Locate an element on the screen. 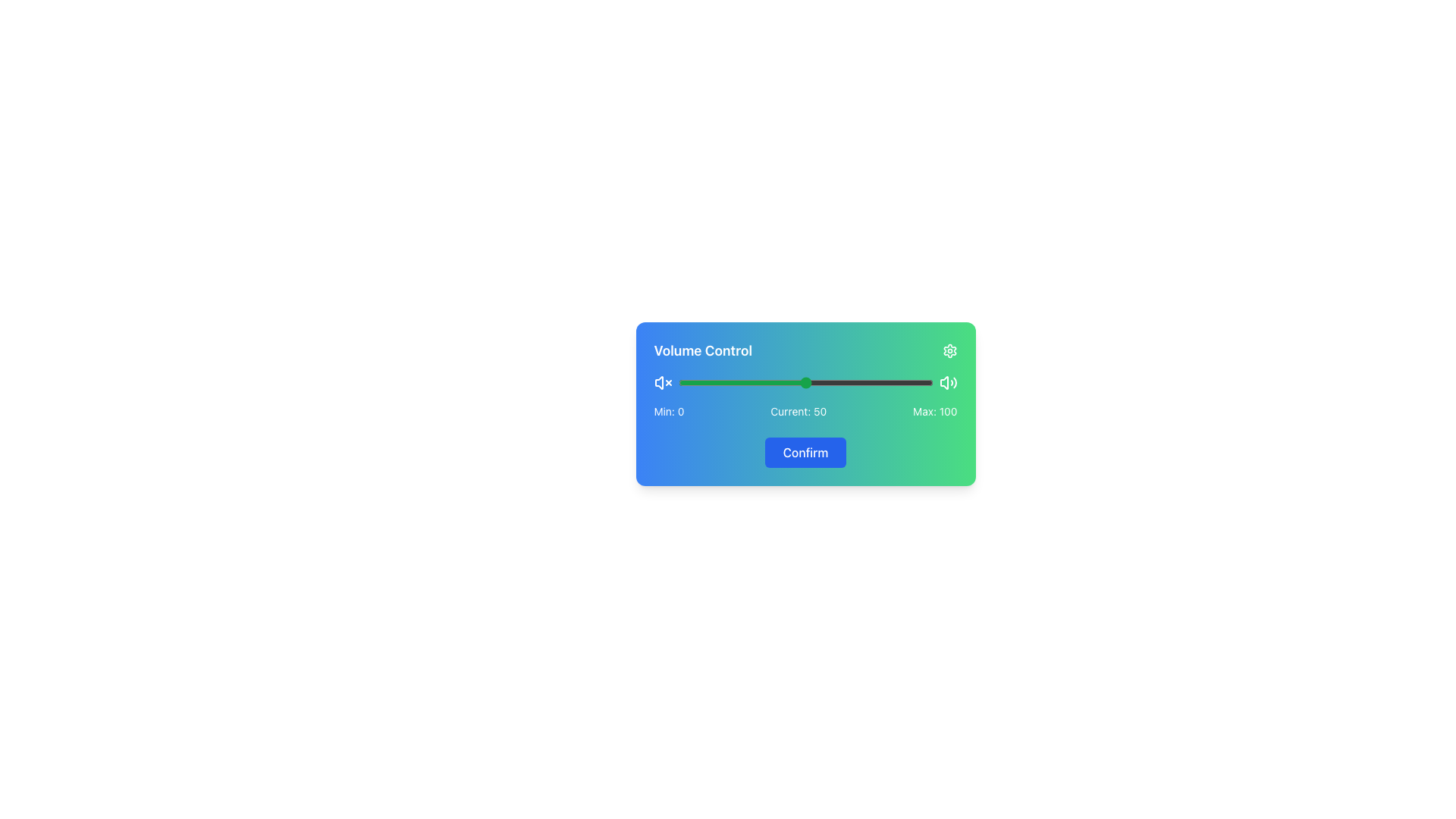 The width and height of the screenshot is (1456, 819). the settings icon in the top-right corner of the Volume Control panel is located at coordinates (949, 350).